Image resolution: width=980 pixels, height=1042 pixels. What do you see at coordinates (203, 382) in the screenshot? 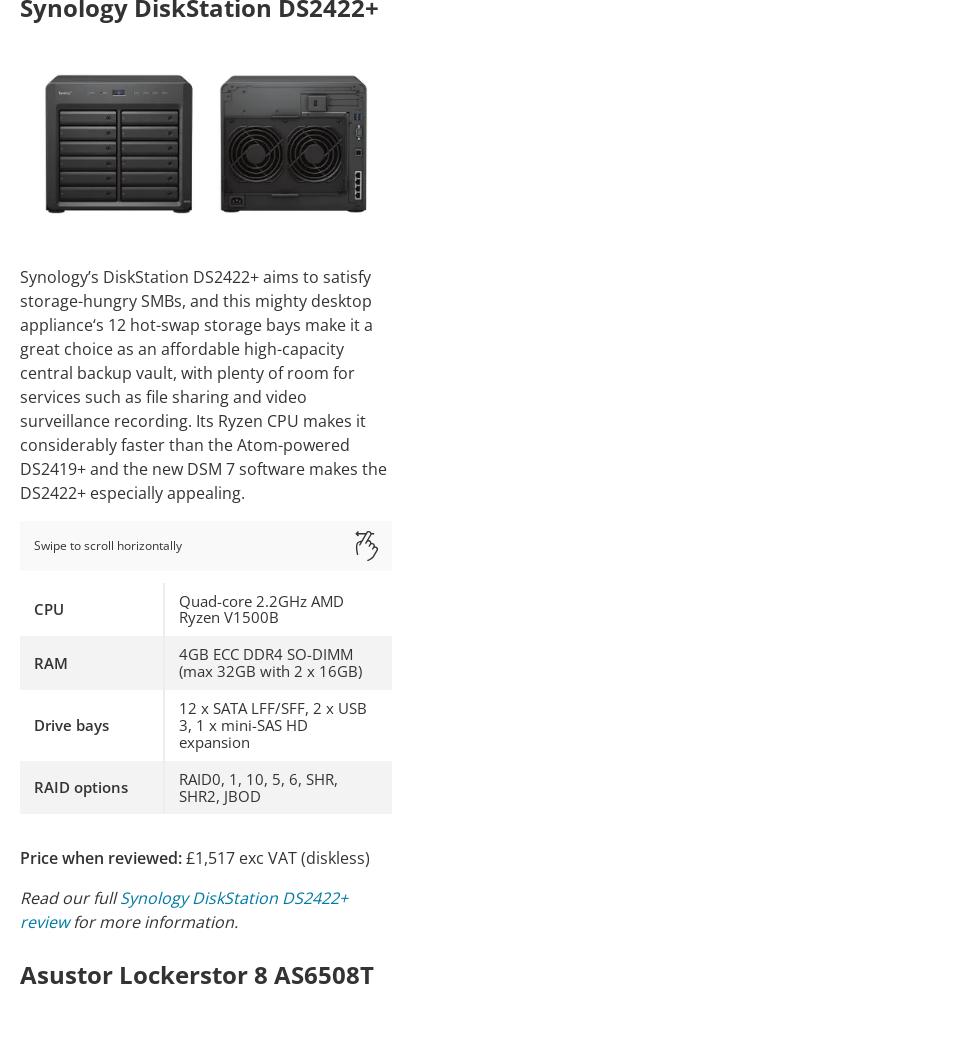
I see `'Synology’s DiskStation DS2422+ aims to satisfy storage-hungry SMBs, and this mighty desktop appliance‘s 12 hot-swap storage bays make it a great choice as an affordable high-capacity central backup vault, with plenty of room for services such as file sharing and video surveillance recording. Its Ryzen CPU makes it considerably faster than the Atom-powered DS2419+ and the new DSM 7 software makes the DS2422+ especially appealing.'` at bounding box center [203, 382].